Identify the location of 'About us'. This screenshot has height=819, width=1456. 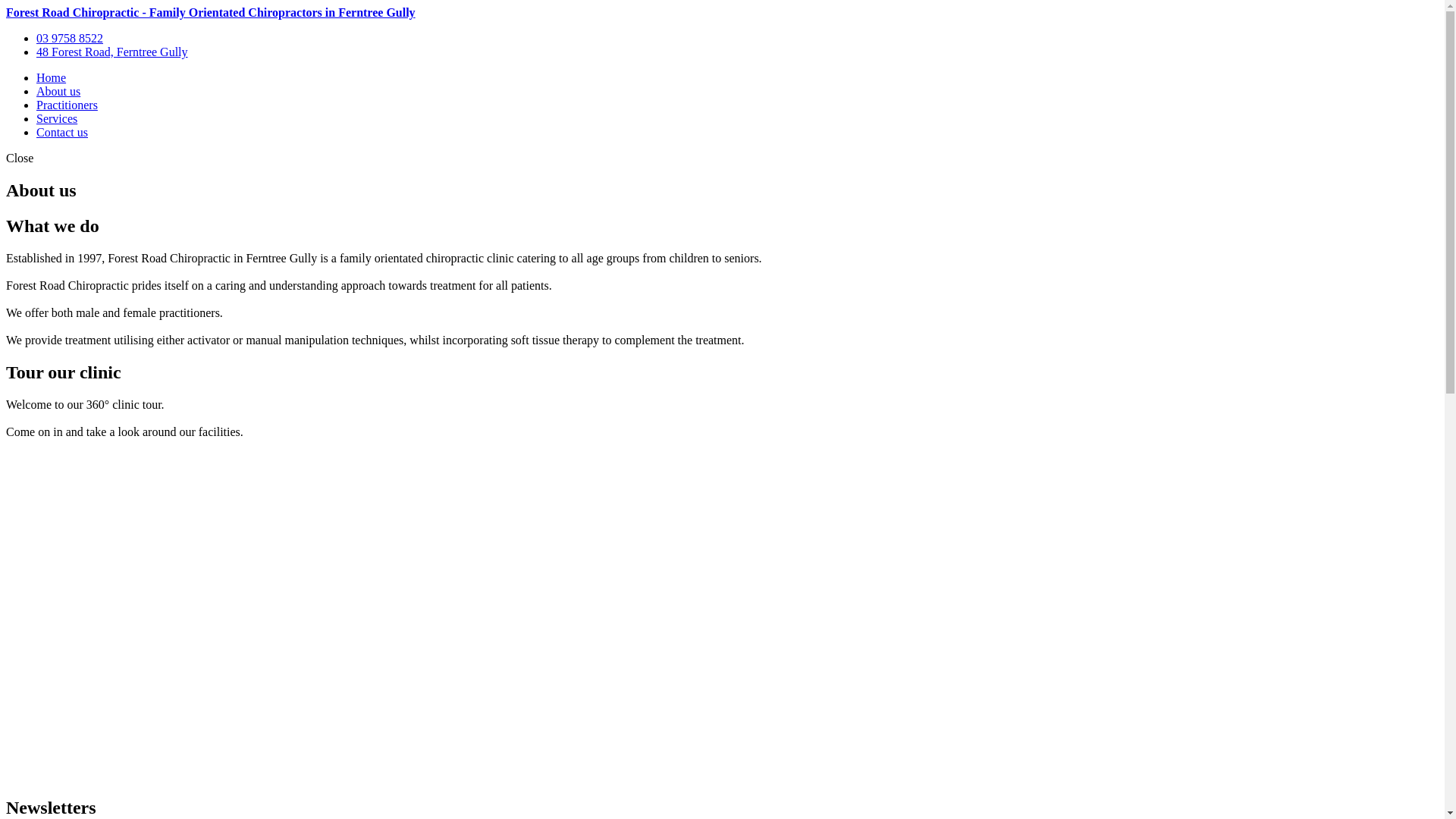
(58, 91).